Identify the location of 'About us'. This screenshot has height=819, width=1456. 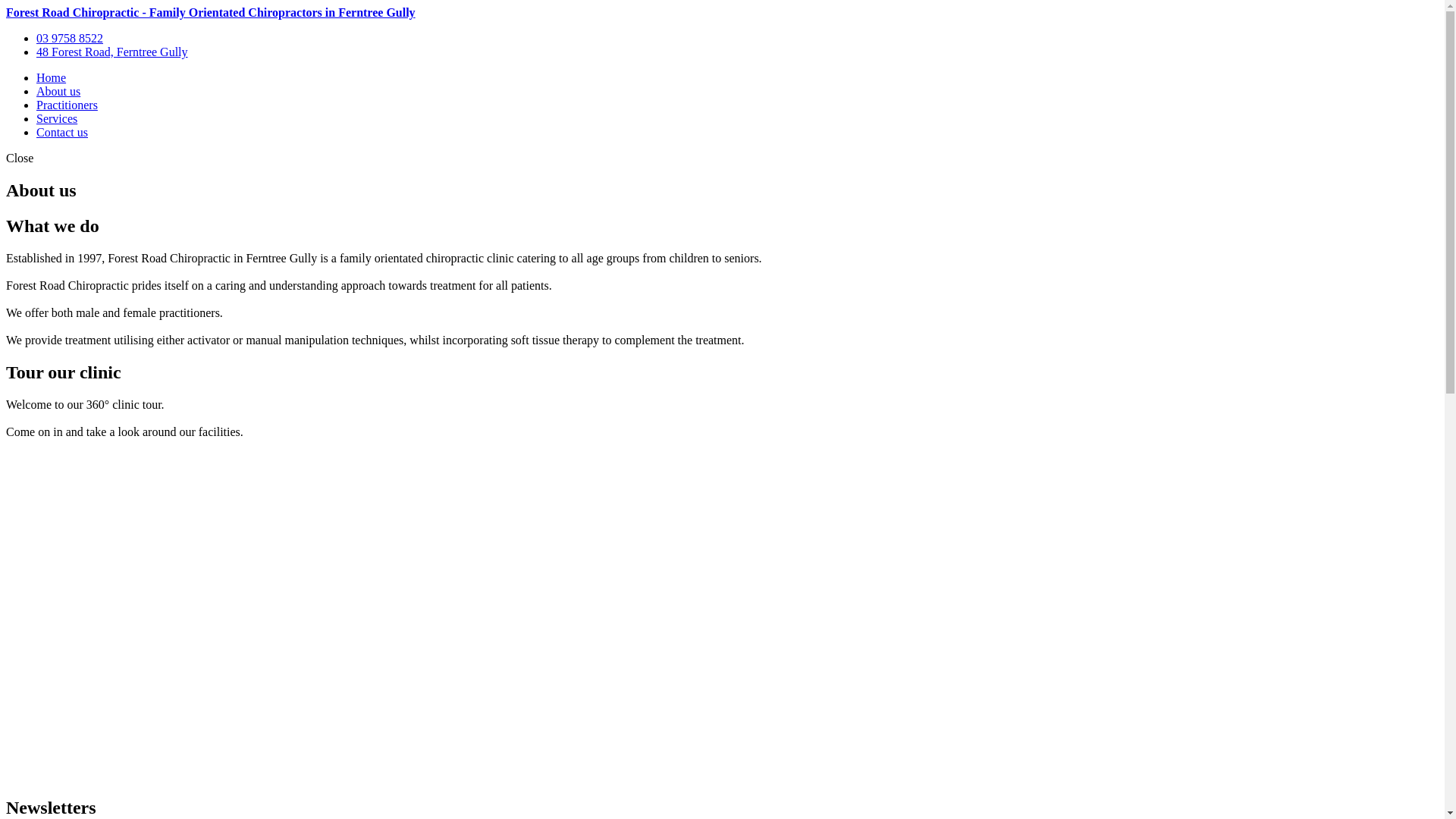
(58, 91).